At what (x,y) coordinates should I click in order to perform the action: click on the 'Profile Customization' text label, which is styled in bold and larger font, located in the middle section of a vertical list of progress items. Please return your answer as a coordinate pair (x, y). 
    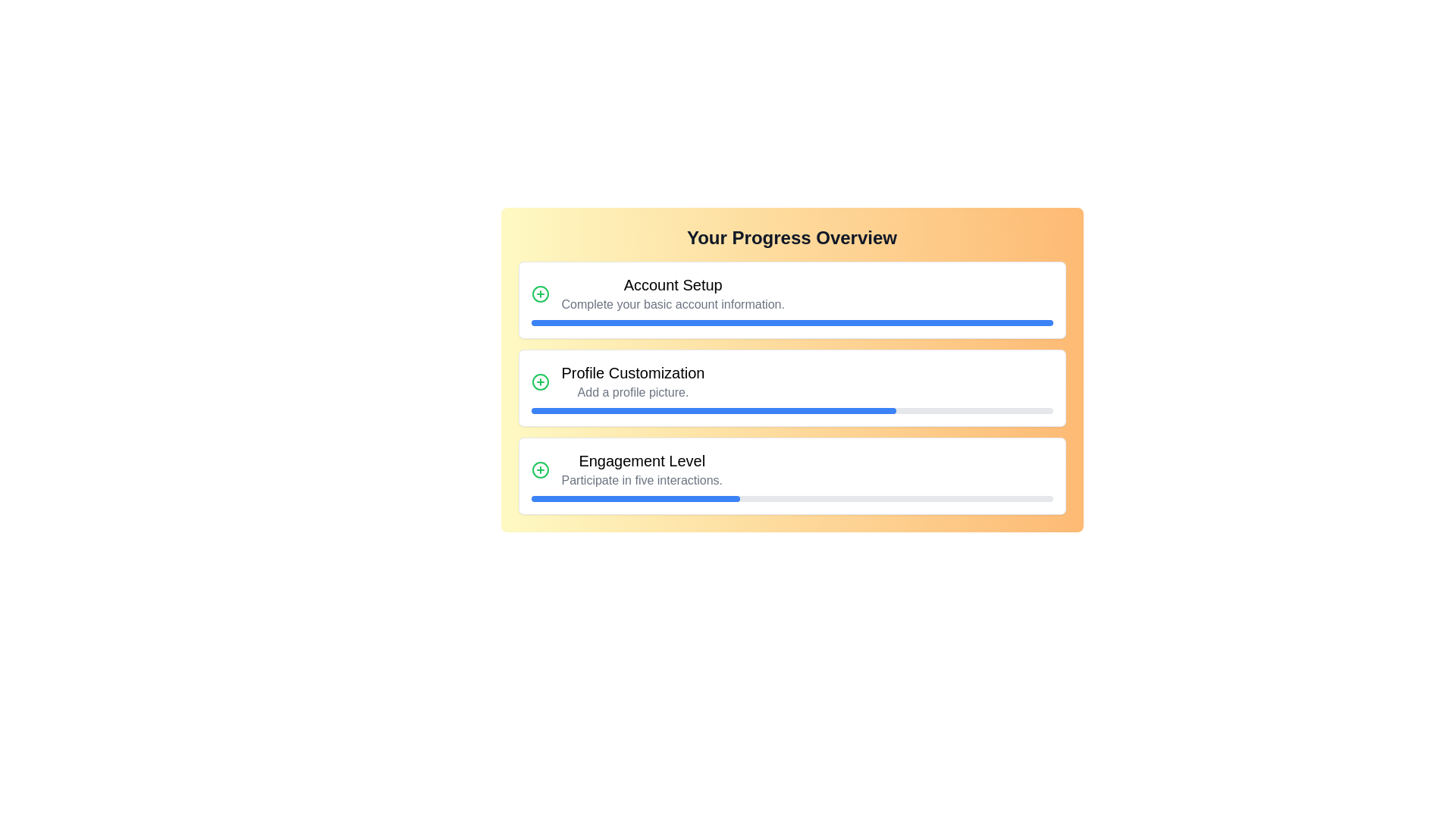
    Looking at the image, I should click on (633, 373).